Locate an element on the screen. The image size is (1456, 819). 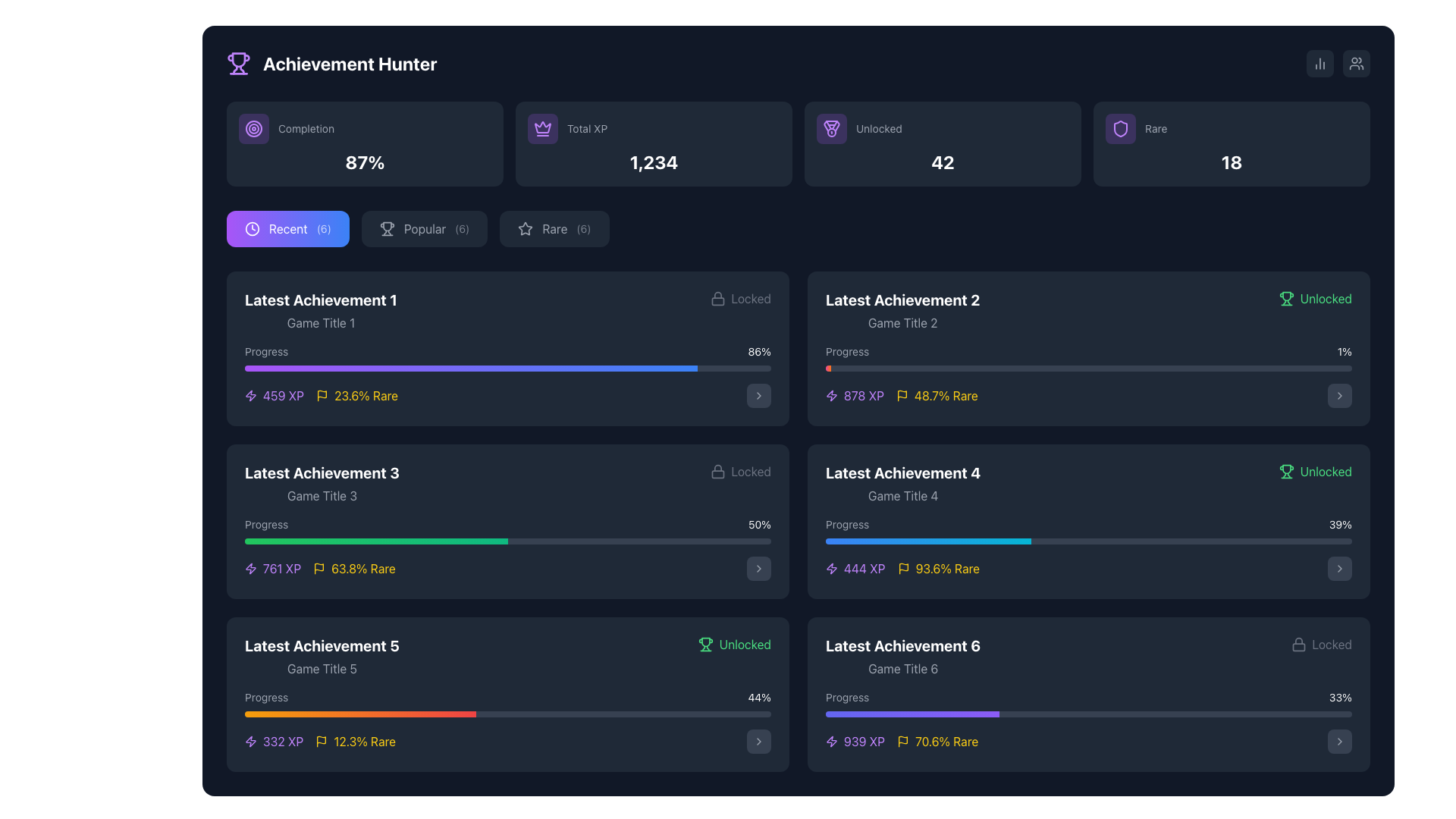
text from the Text Label that indicates the quantified percentage of progress, located at the far-right end of the horizontal layout within the 'Progress' section is located at coordinates (1340, 698).